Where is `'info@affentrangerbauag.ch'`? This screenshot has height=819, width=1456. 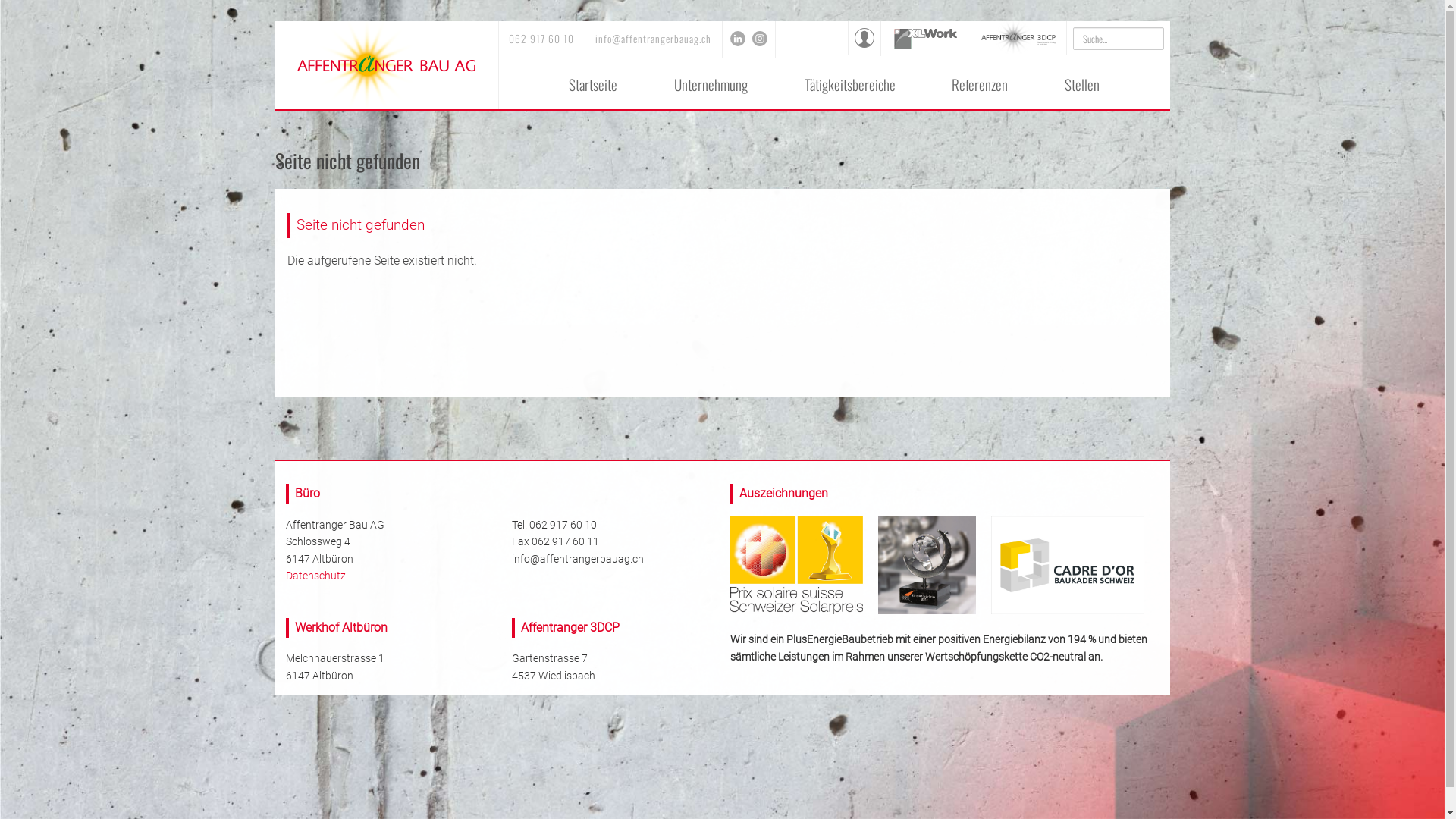 'info@affentrangerbauag.ch' is located at coordinates (653, 37).